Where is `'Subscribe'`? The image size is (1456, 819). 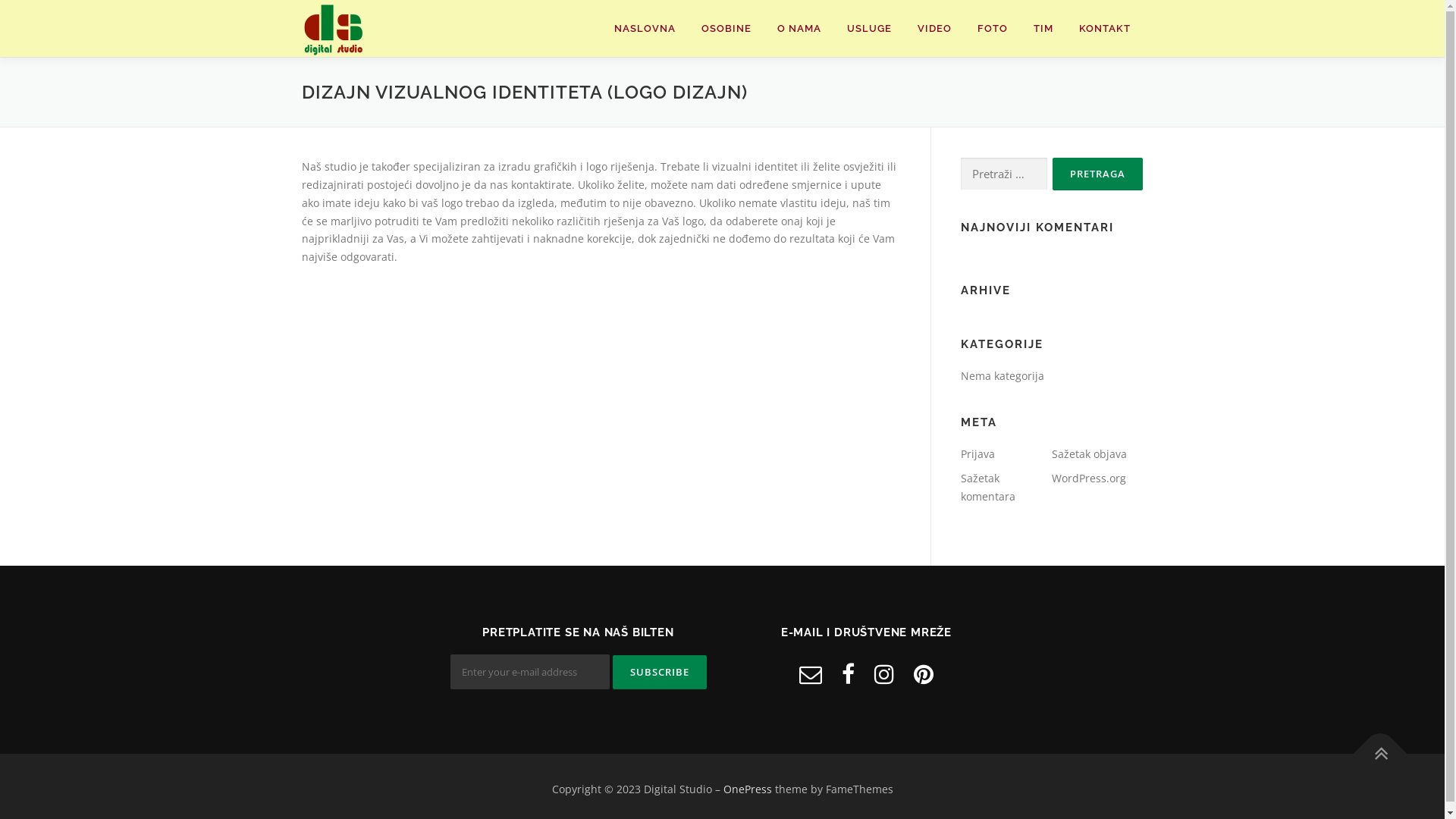
'Subscribe' is located at coordinates (659, 671).